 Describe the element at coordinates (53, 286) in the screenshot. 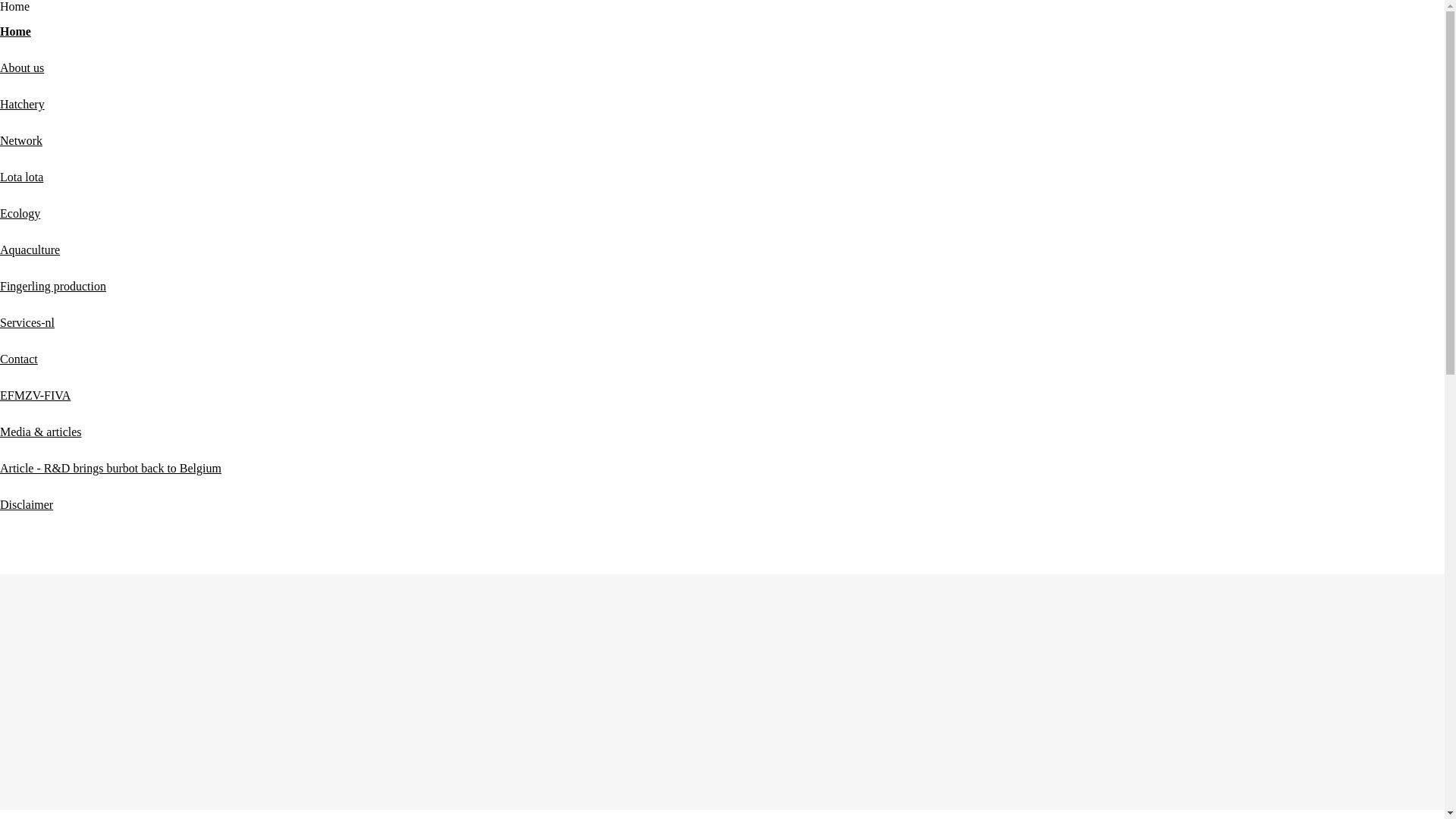

I see `'Fingerling production'` at that location.